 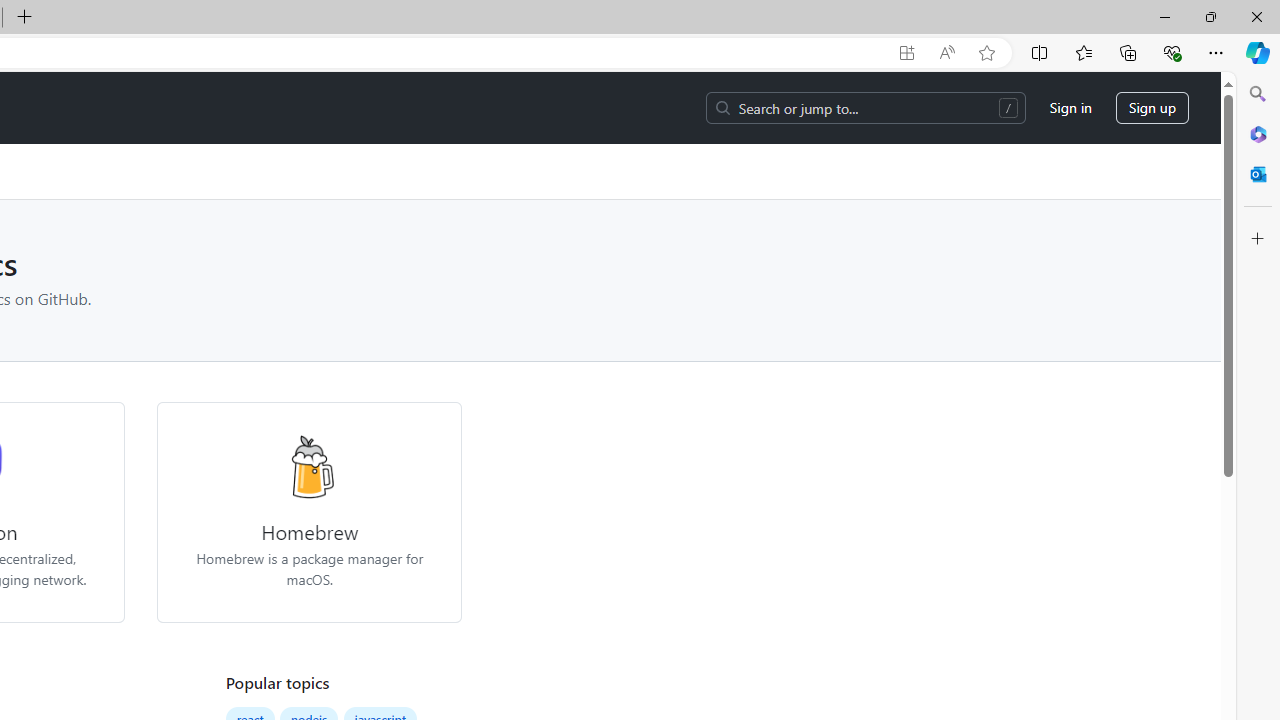 I want to click on 'App available. Install GitHub', so click(x=905, y=52).